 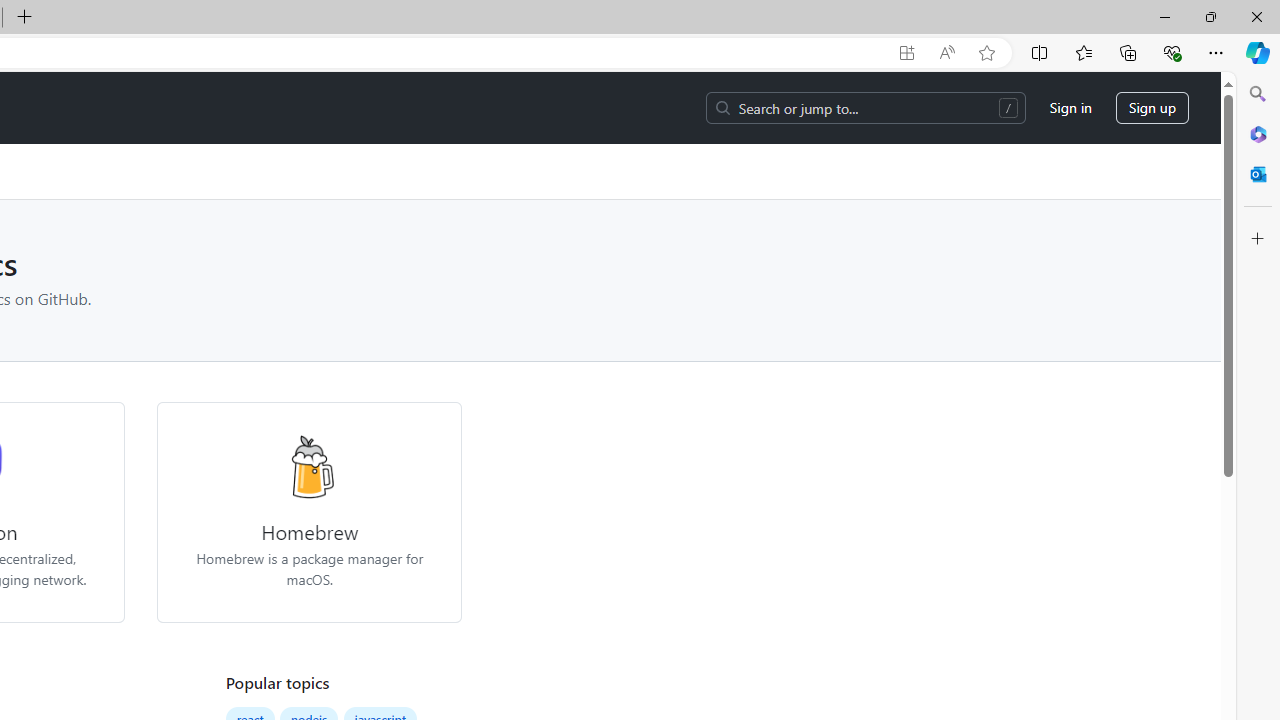 I want to click on 'App available. Install GitHub', so click(x=905, y=52).